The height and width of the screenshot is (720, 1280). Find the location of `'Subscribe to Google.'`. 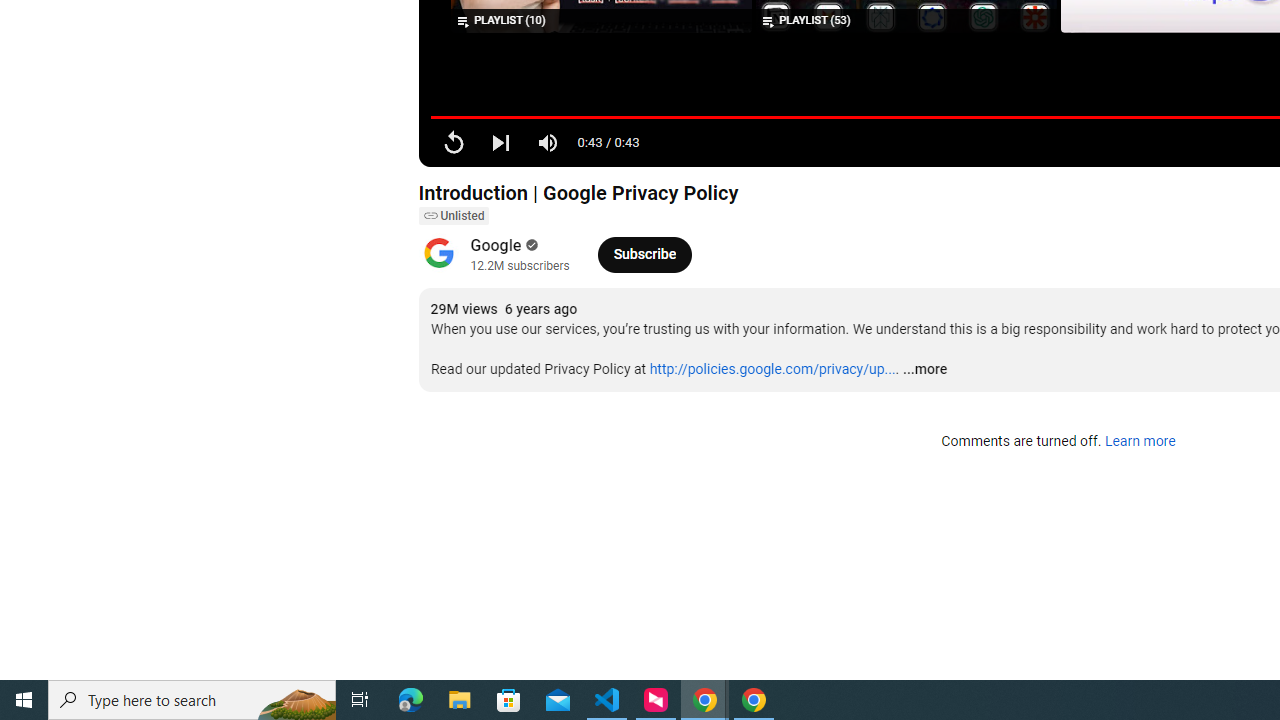

'Subscribe to Google.' is located at coordinates (644, 253).